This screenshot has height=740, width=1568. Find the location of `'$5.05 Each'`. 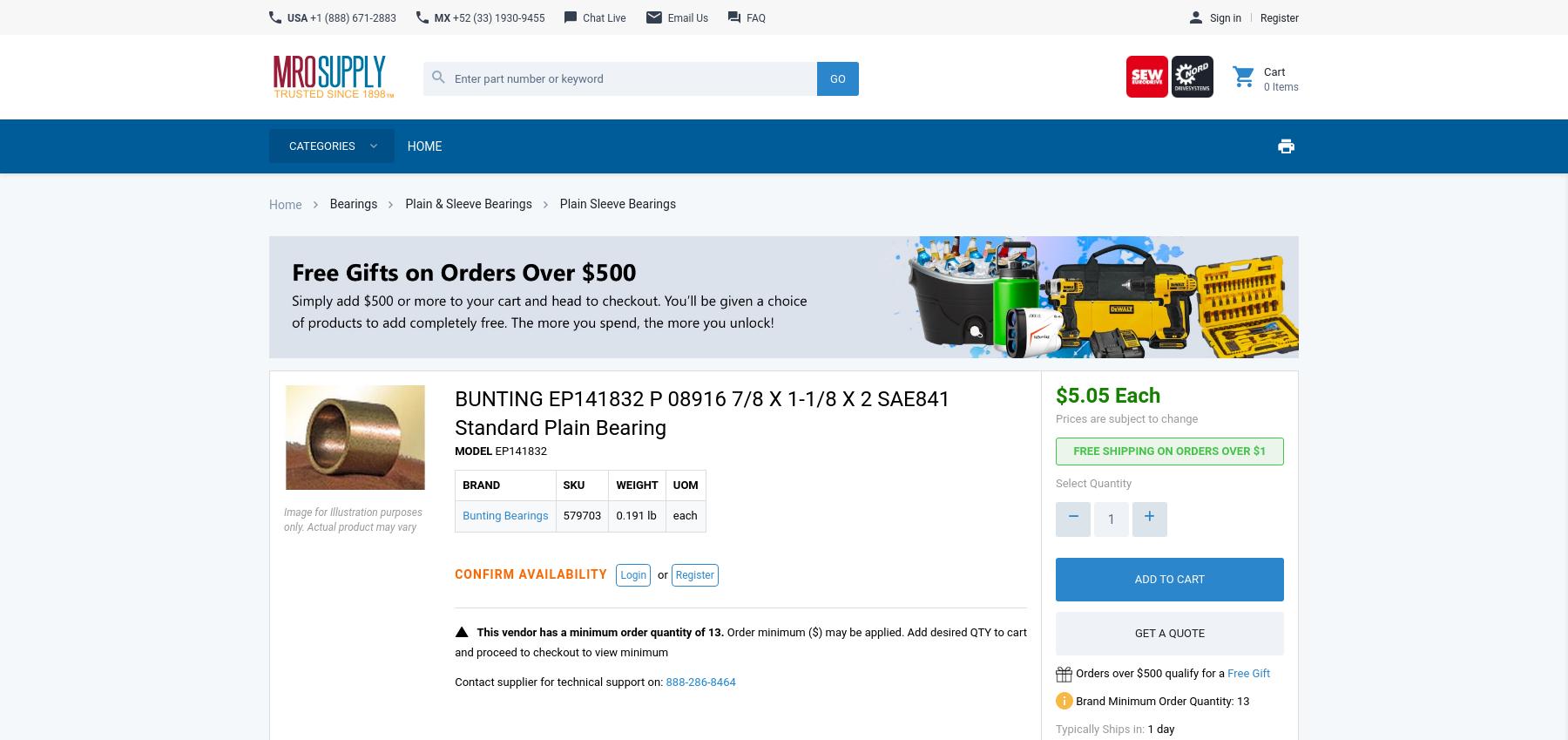

'$5.05 Each' is located at coordinates (1108, 395).